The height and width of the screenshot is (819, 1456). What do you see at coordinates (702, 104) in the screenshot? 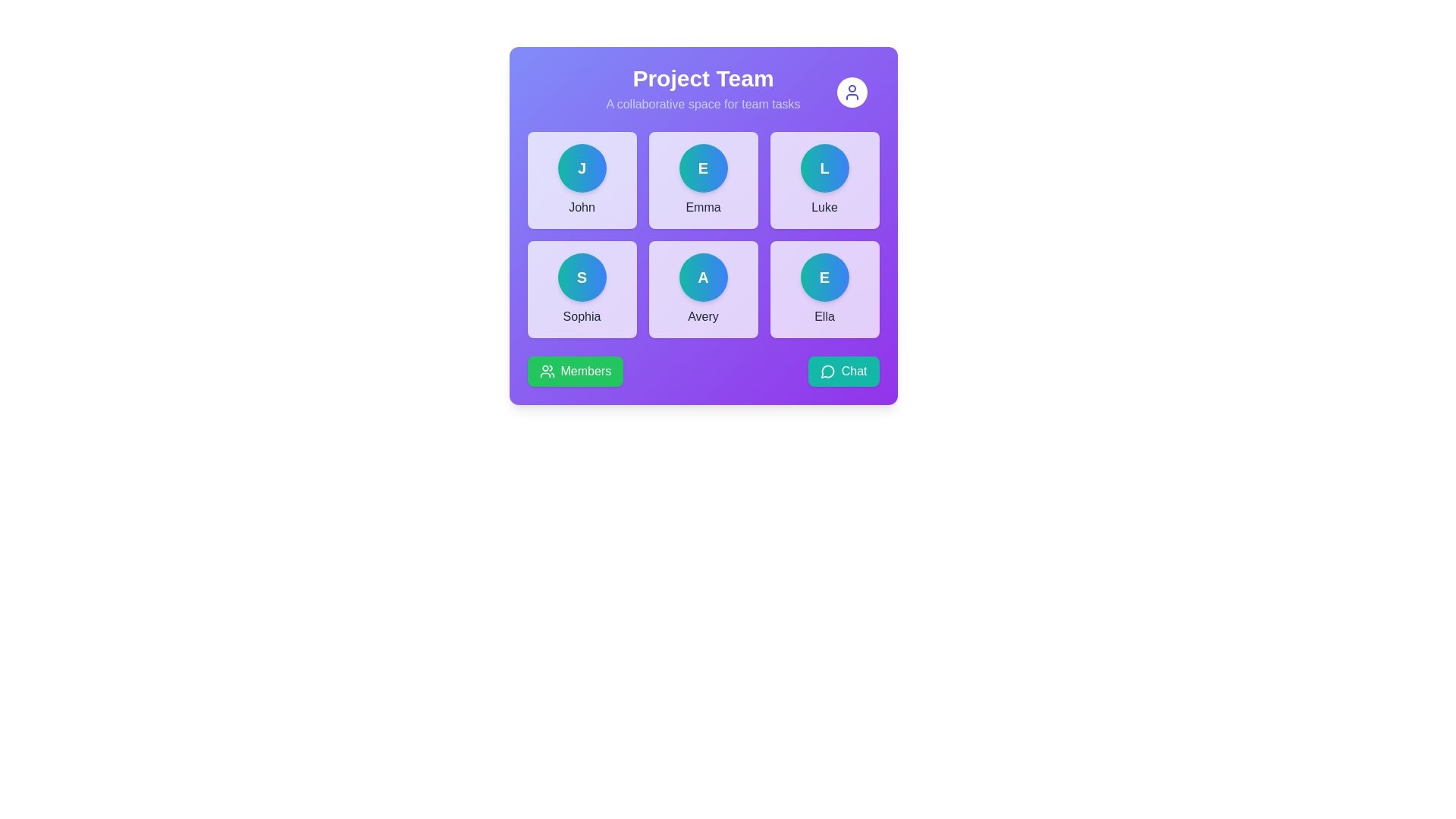
I see `the static text label that reads 'A collaborative space for team tasks', which is styled in soft indigo color and positioned beneath the 'Project Team' title` at bounding box center [702, 104].